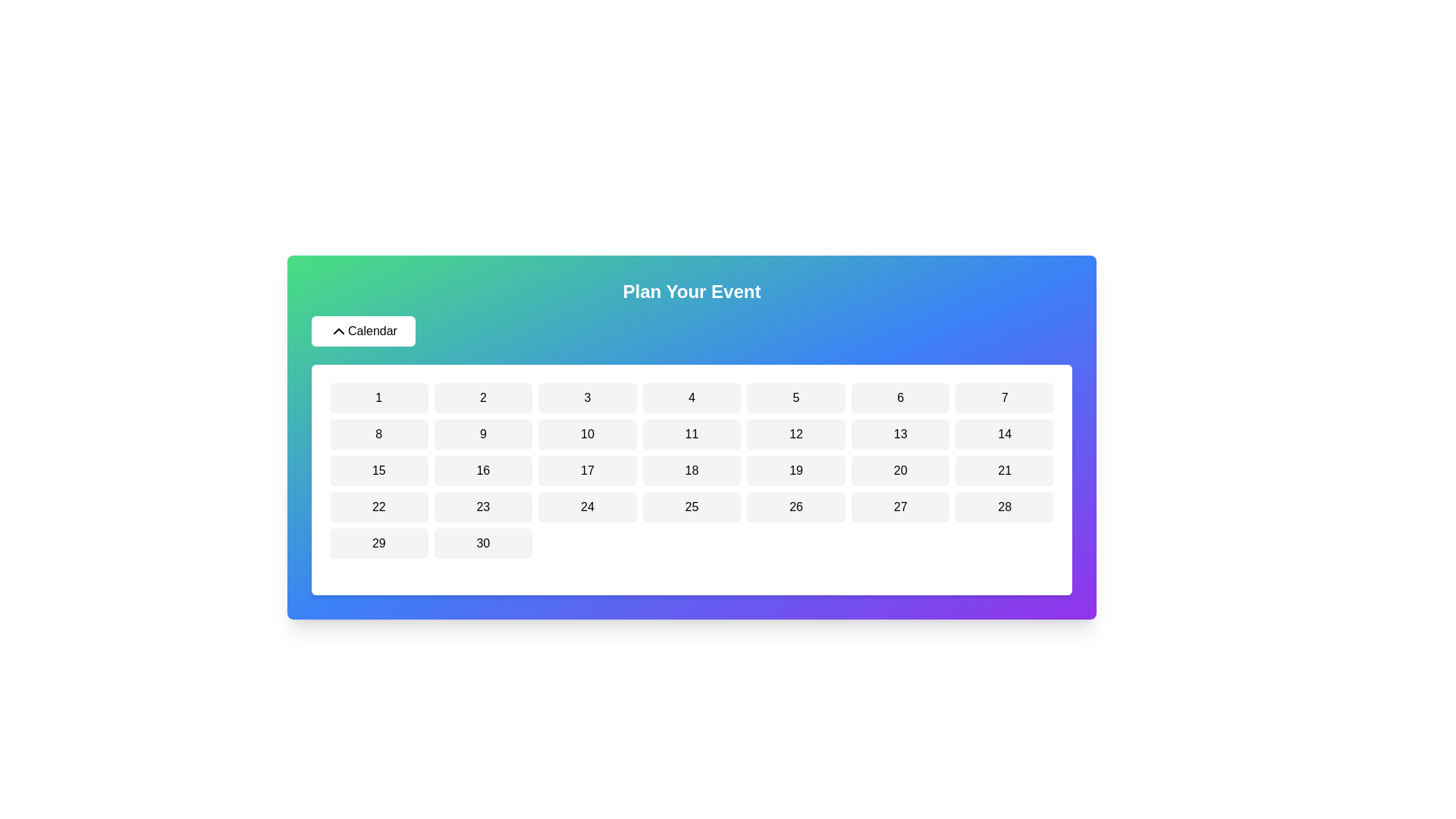 This screenshot has height=819, width=1456. Describe the element at coordinates (900, 397) in the screenshot. I see `the sixth button in the first row of the grid layout, located below the 'Plan Your Event' header` at that location.